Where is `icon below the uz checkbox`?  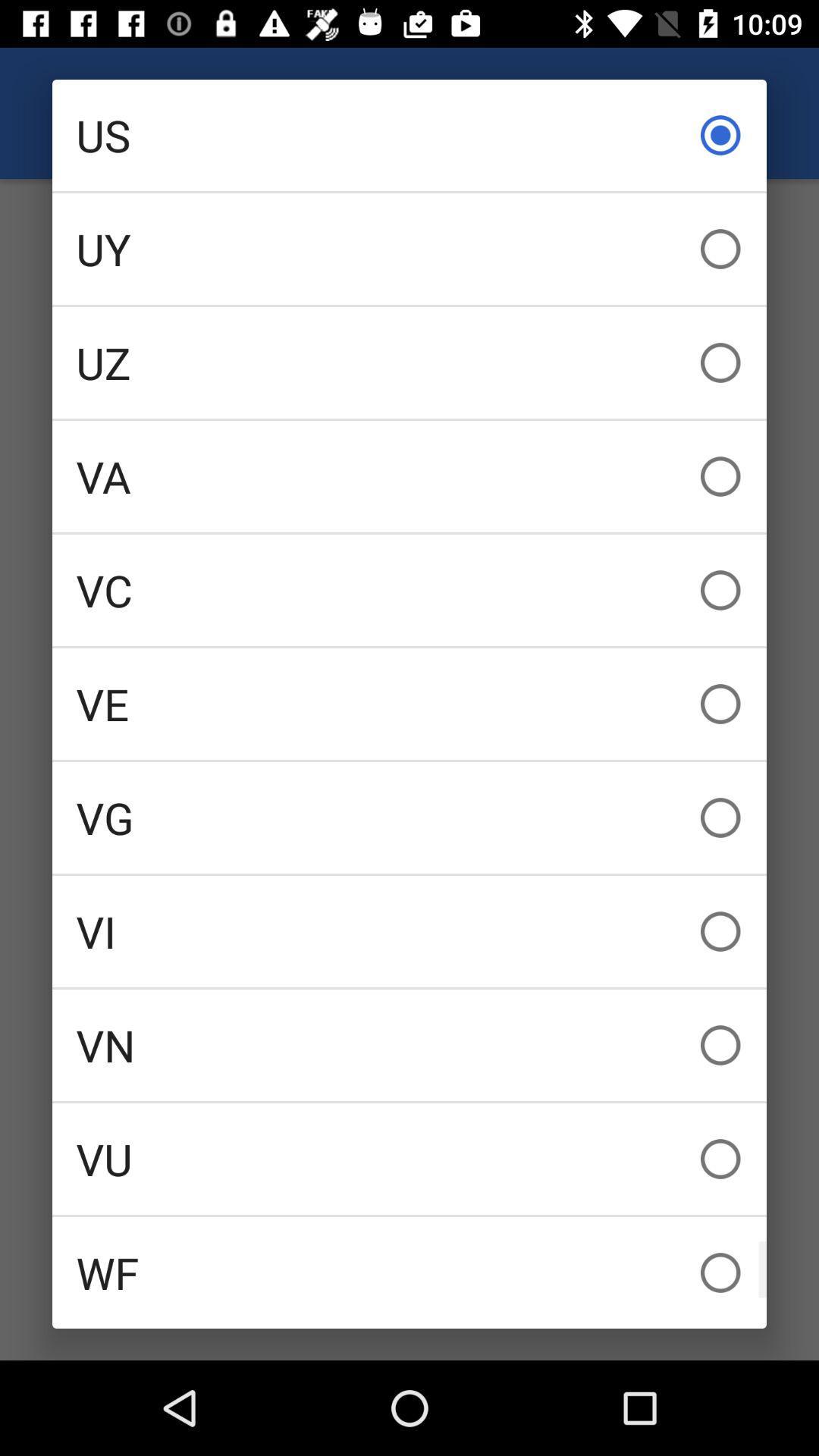
icon below the uz checkbox is located at coordinates (409, 475).